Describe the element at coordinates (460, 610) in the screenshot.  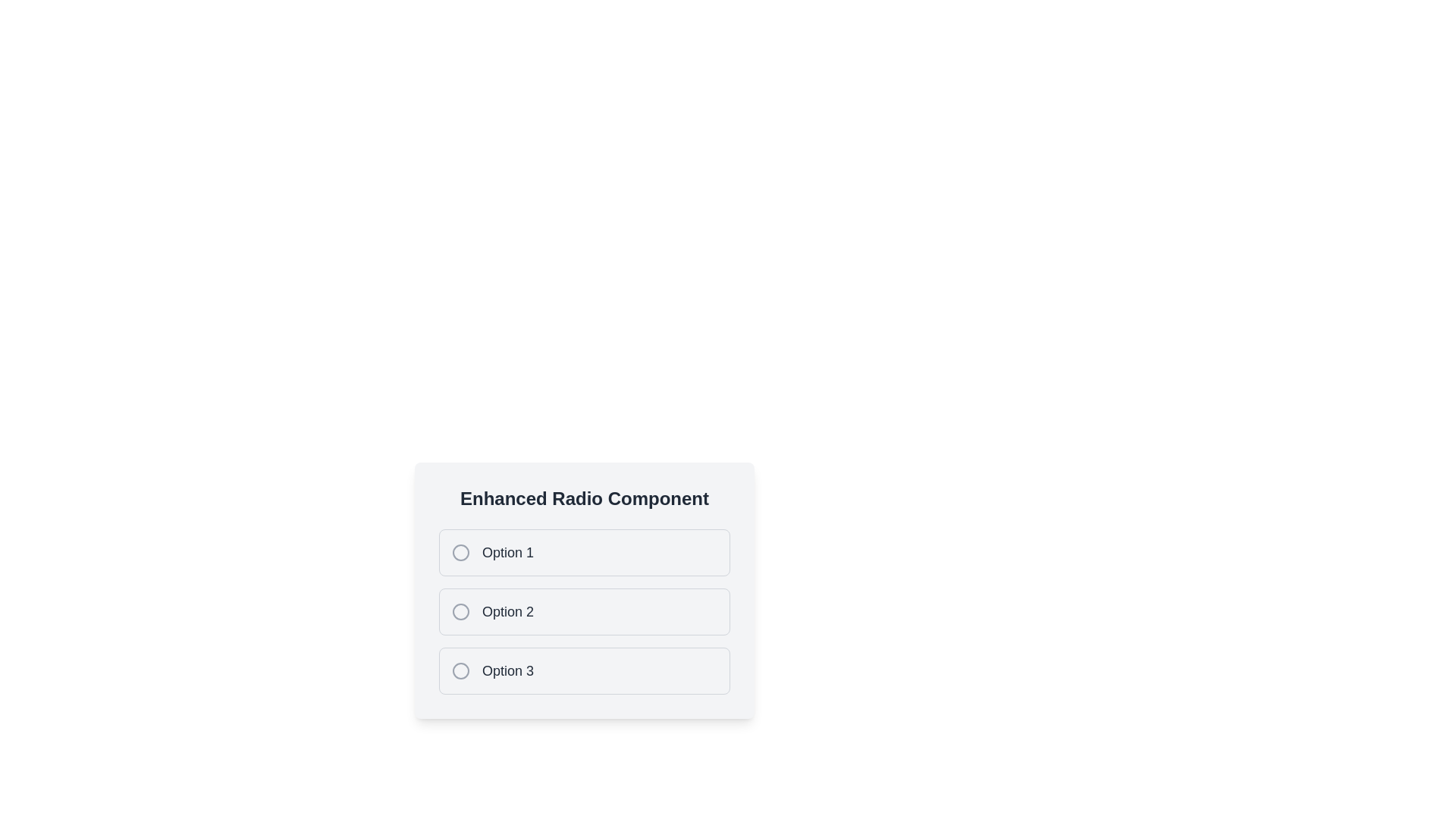
I see `the radio button indicator for 'Option 2', which is a circular icon with a hollow center styled in gray, located on the left side of the row adjacent to the text 'Option 2'` at that location.